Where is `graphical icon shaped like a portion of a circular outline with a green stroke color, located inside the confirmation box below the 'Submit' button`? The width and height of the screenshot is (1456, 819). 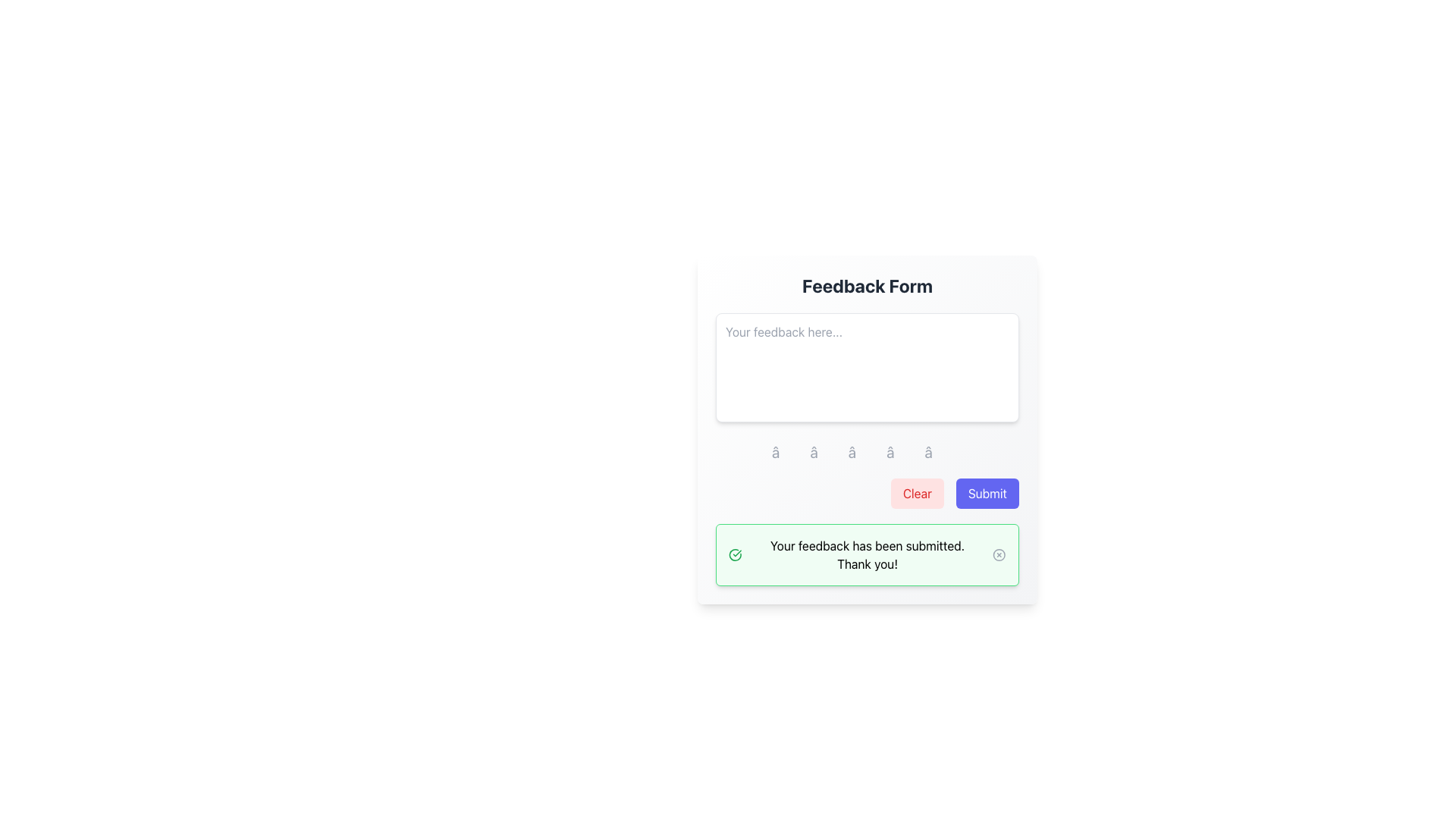 graphical icon shaped like a portion of a circular outline with a green stroke color, located inside the confirmation box below the 'Submit' button is located at coordinates (735, 555).